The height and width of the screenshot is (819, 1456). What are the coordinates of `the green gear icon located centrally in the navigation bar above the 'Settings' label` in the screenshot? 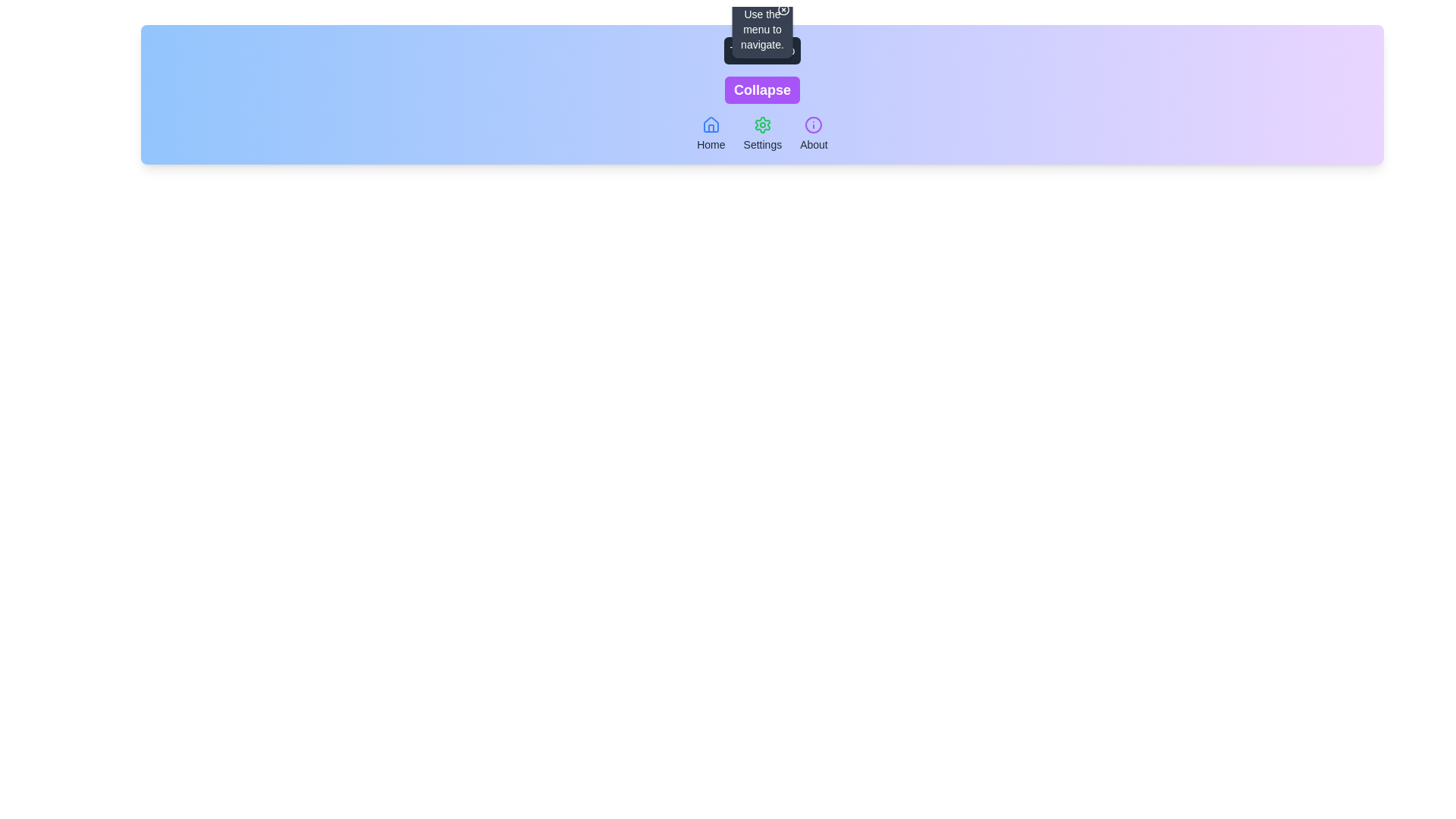 It's located at (762, 124).